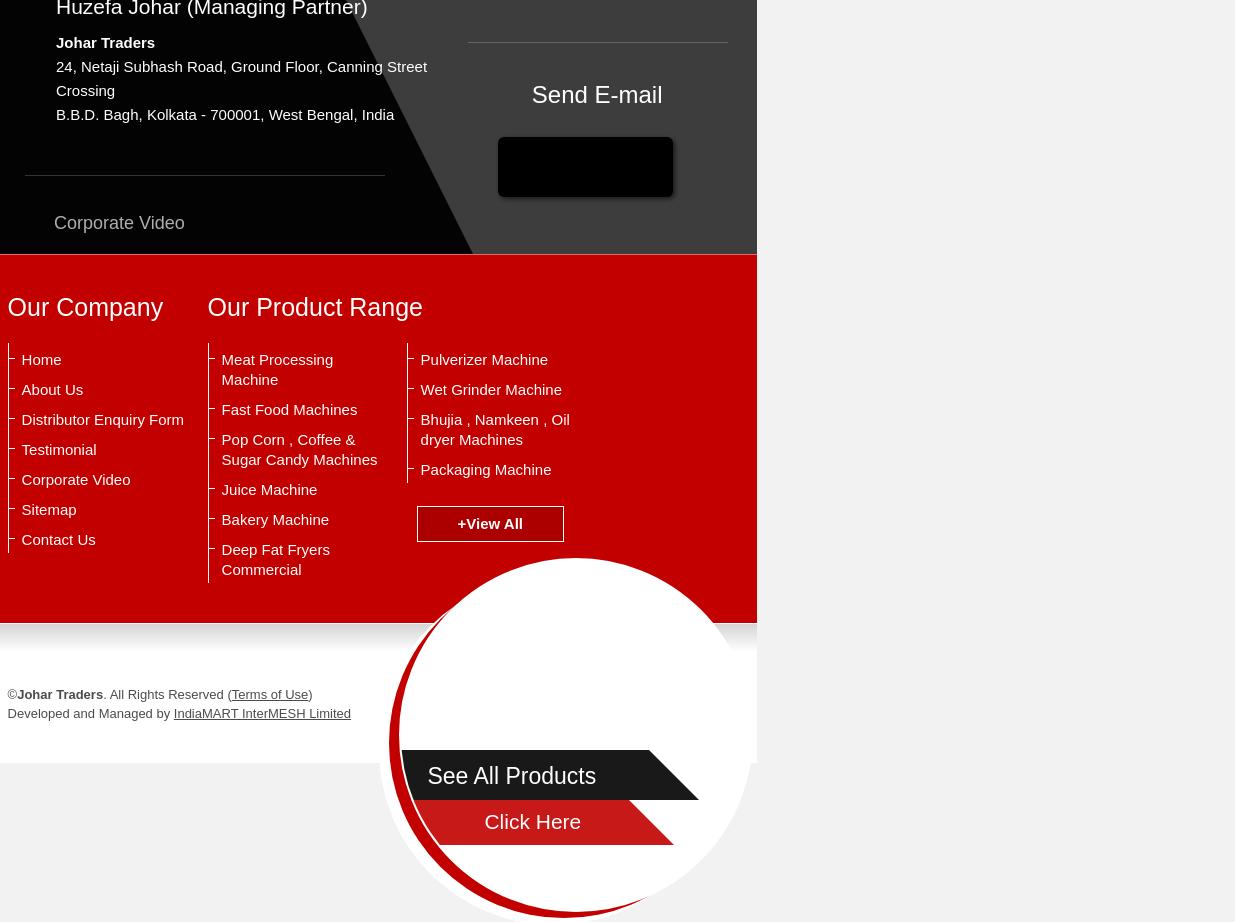 The width and height of the screenshot is (1235, 922). Describe the element at coordinates (40, 358) in the screenshot. I see `'Home'` at that location.